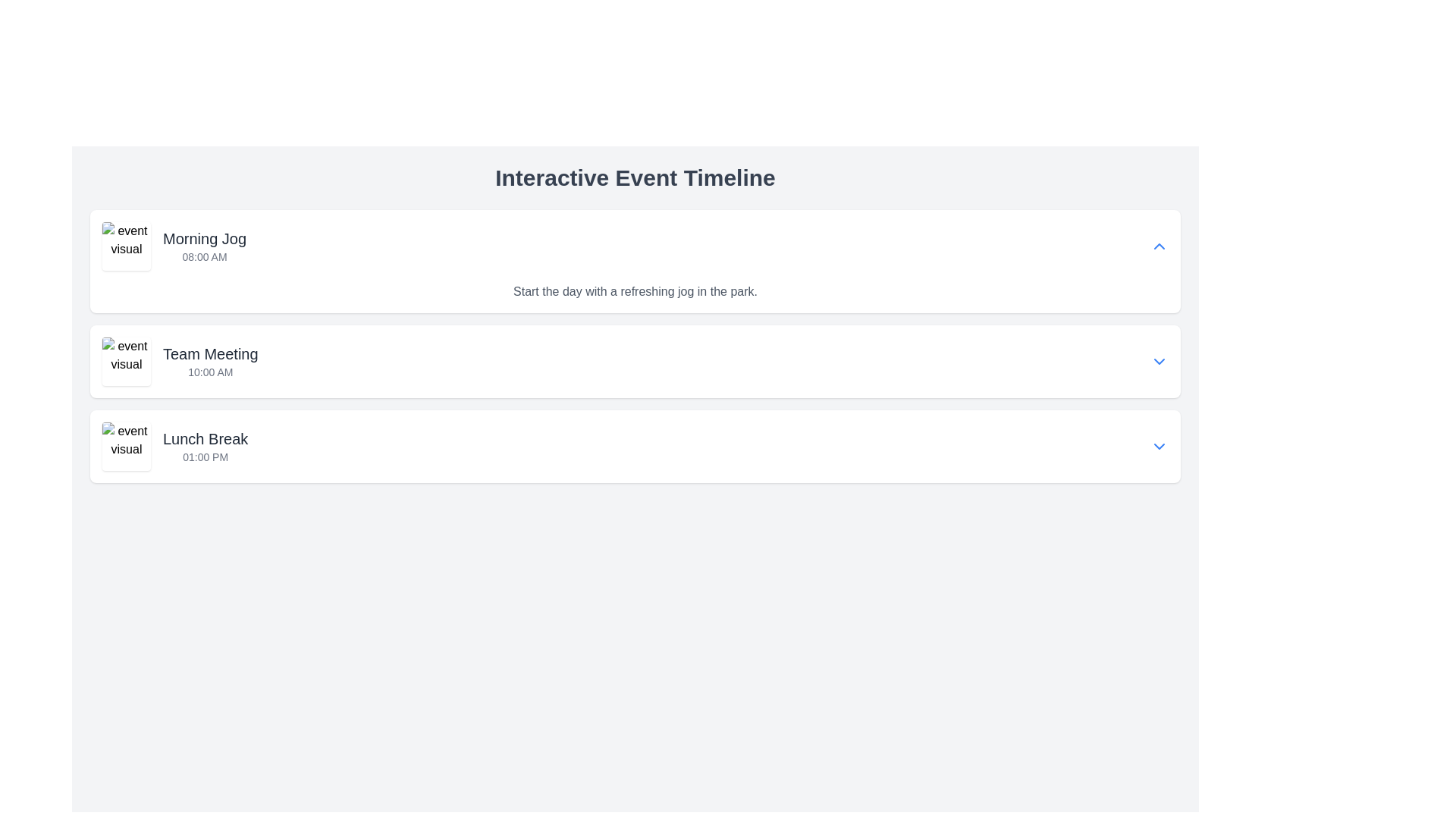  Describe the element at coordinates (180, 362) in the screenshot. I see `on the 'Team Meeting' interactive timeline entry at 10:00 AM` at that location.